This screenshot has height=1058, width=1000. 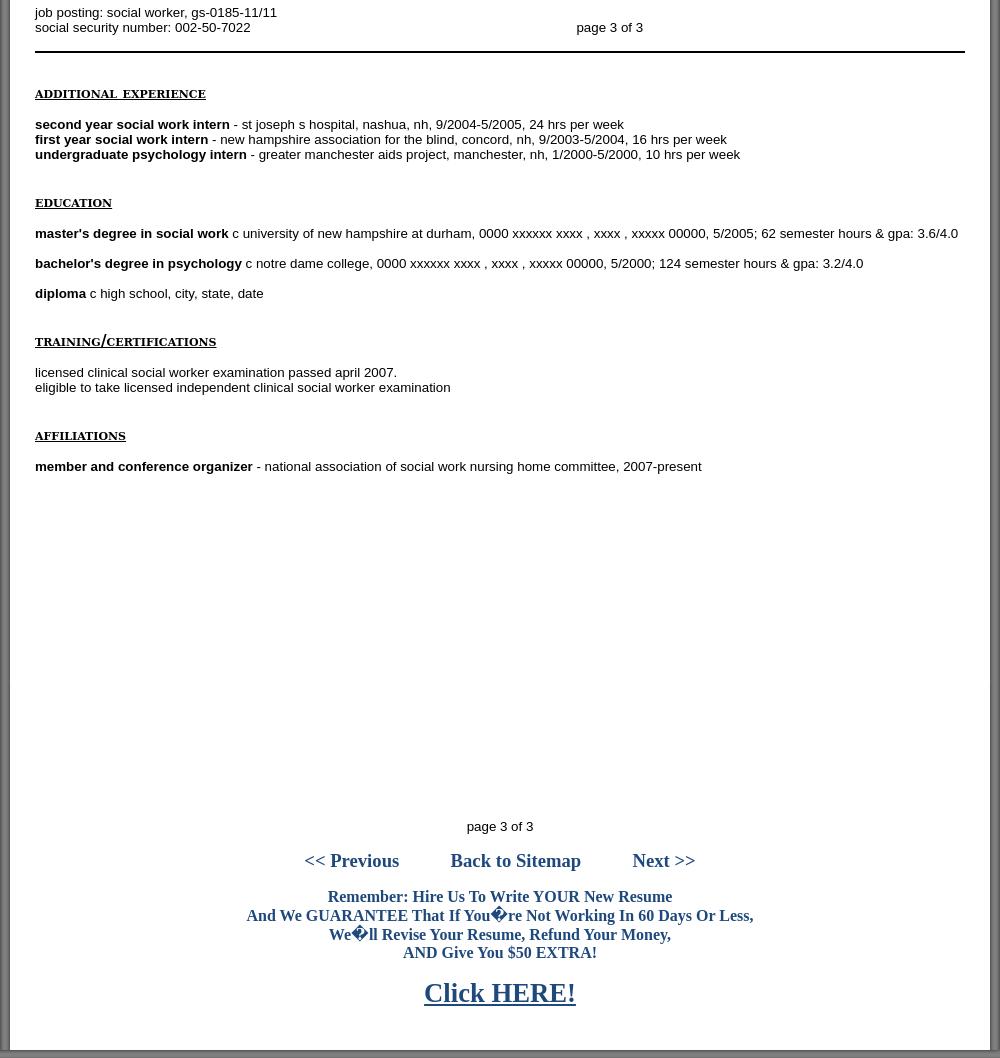 What do you see at coordinates (498, 934) in the screenshot?
I see `'We�ll Revise Your Resume, Refund Your Money,'` at bounding box center [498, 934].